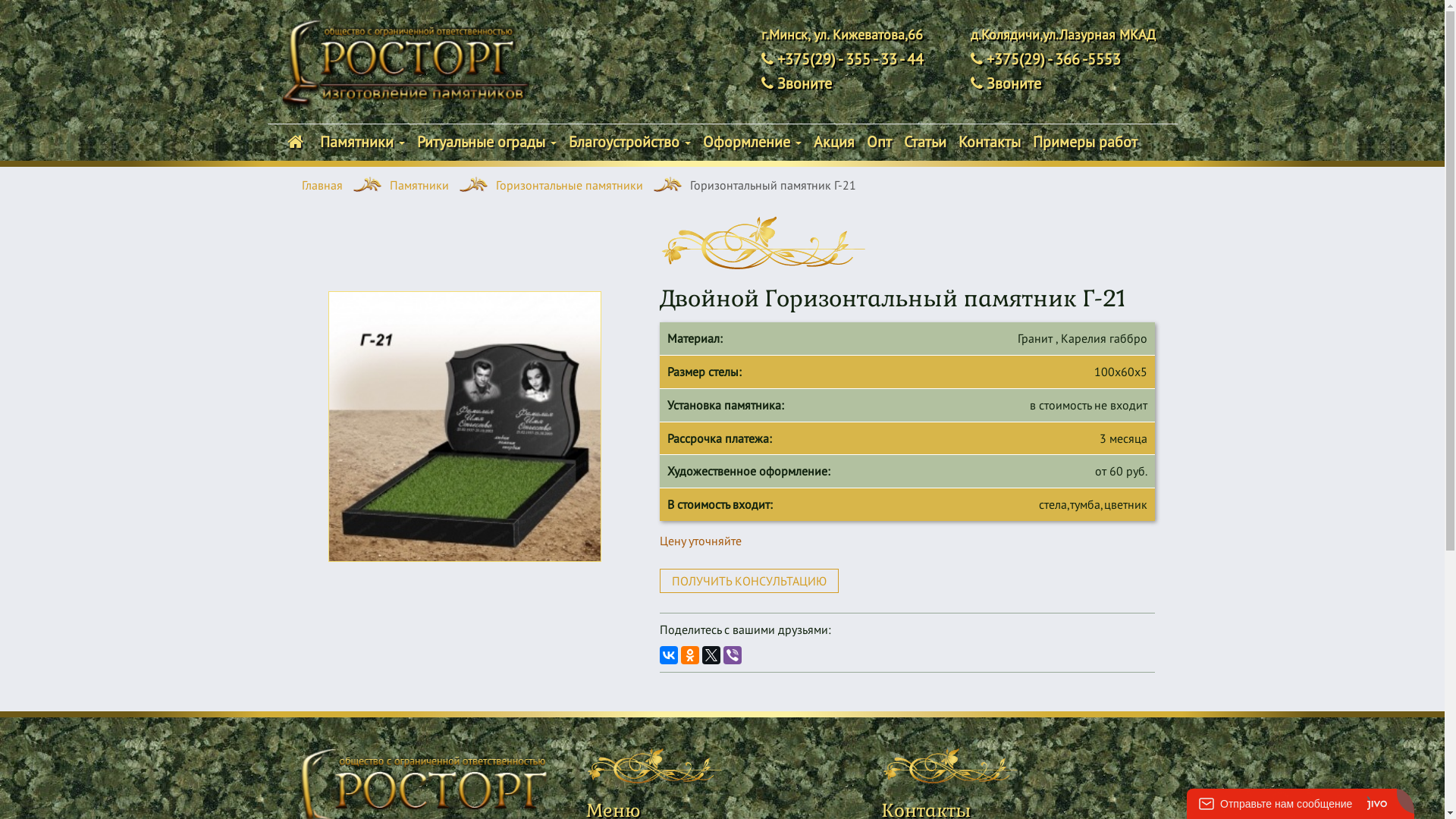 This screenshot has height=819, width=1456. What do you see at coordinates (296, 141) in the screenshot?
I see `' '` at bounding box center [296, 141].